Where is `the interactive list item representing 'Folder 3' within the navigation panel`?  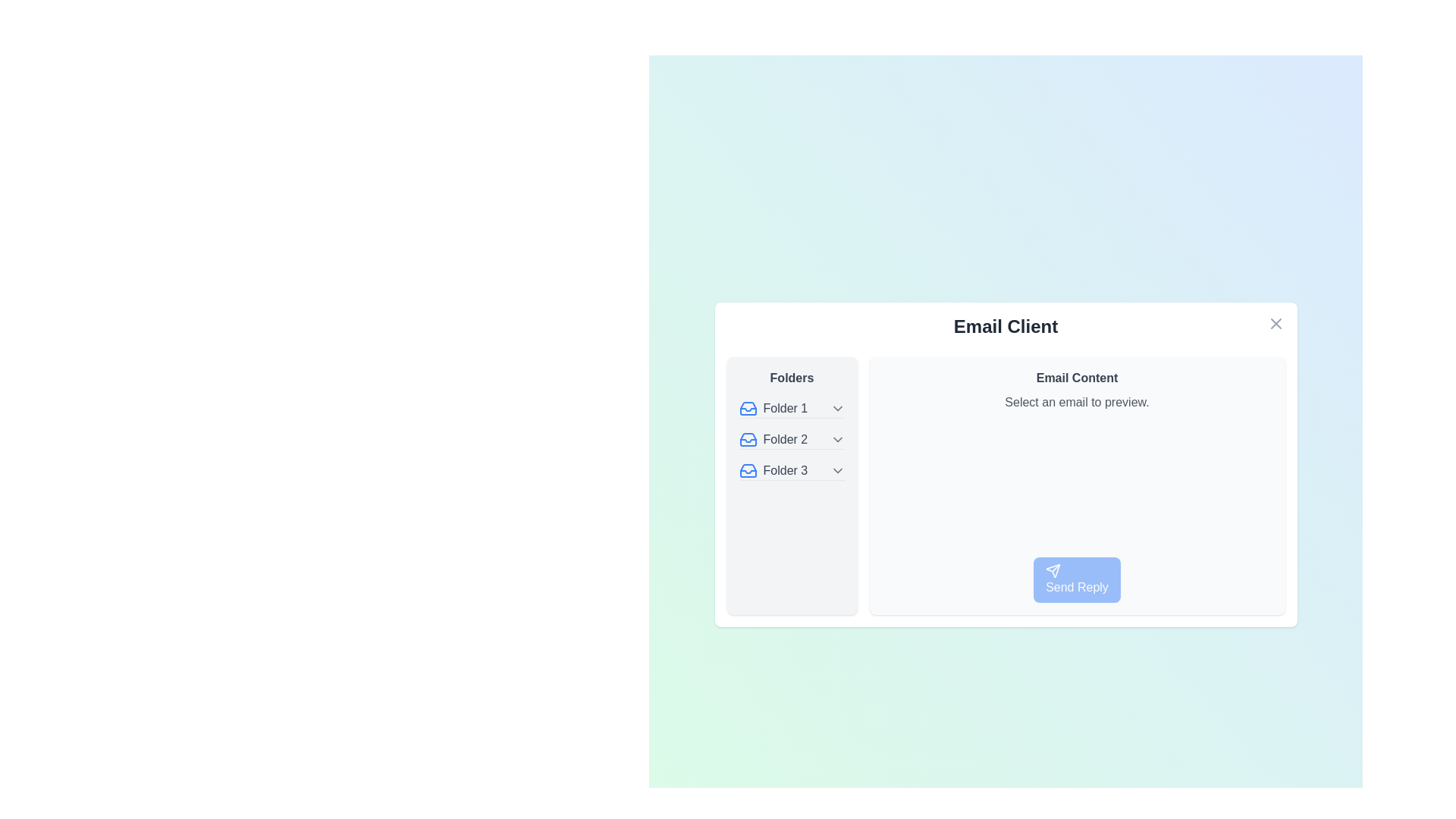 the interactive list item representing 'Folder 3' within the navigation panel is located at coordinates (791, 470).